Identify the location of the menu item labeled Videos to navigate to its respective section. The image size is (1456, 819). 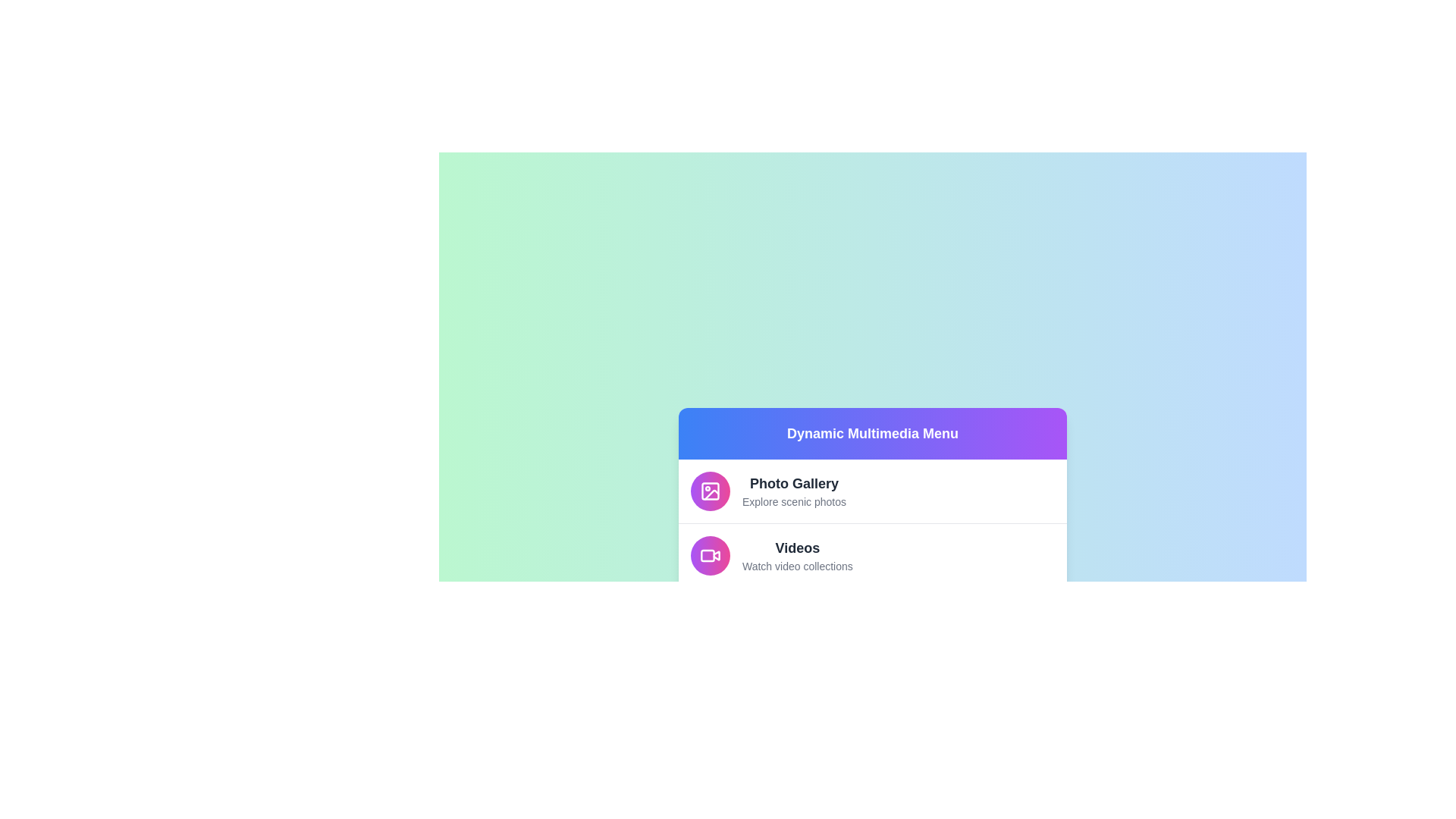
(873, 555).